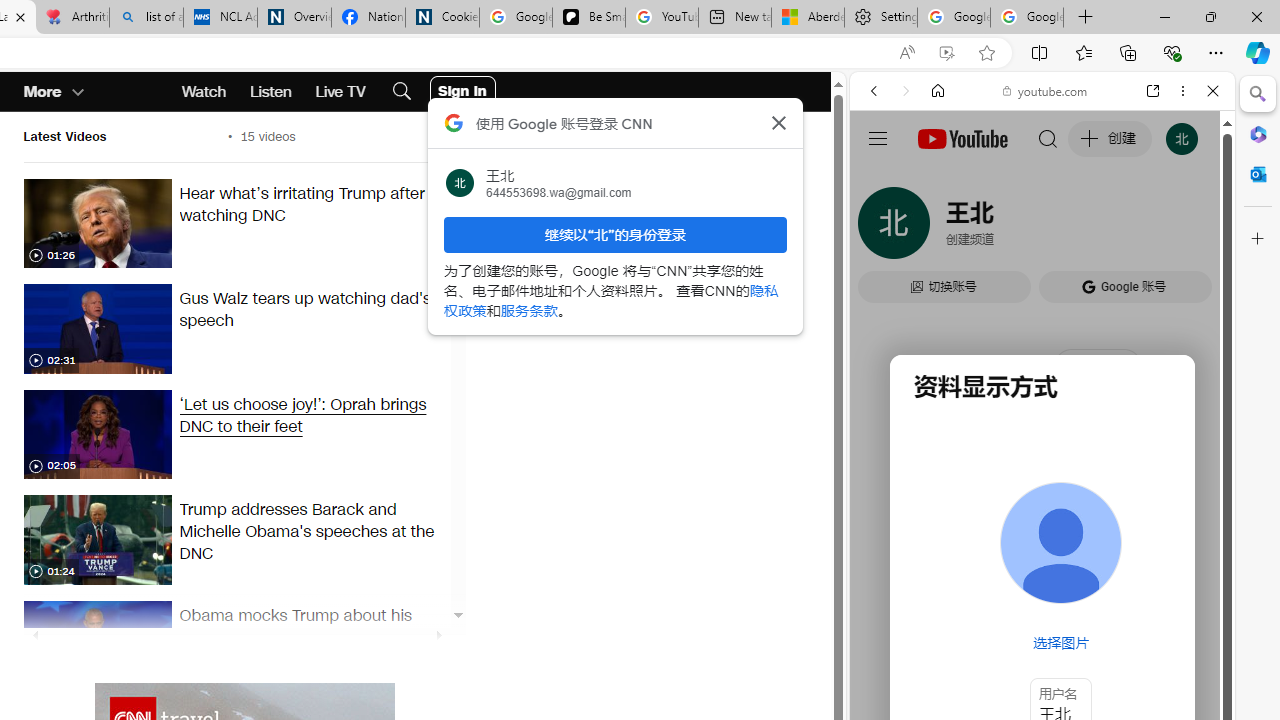 Image resolution: width=1280 pixels, height=720 pixels. Describe the element at coordinates (400, 92) in the screenshot. I see `'Search Icon'` at that location.